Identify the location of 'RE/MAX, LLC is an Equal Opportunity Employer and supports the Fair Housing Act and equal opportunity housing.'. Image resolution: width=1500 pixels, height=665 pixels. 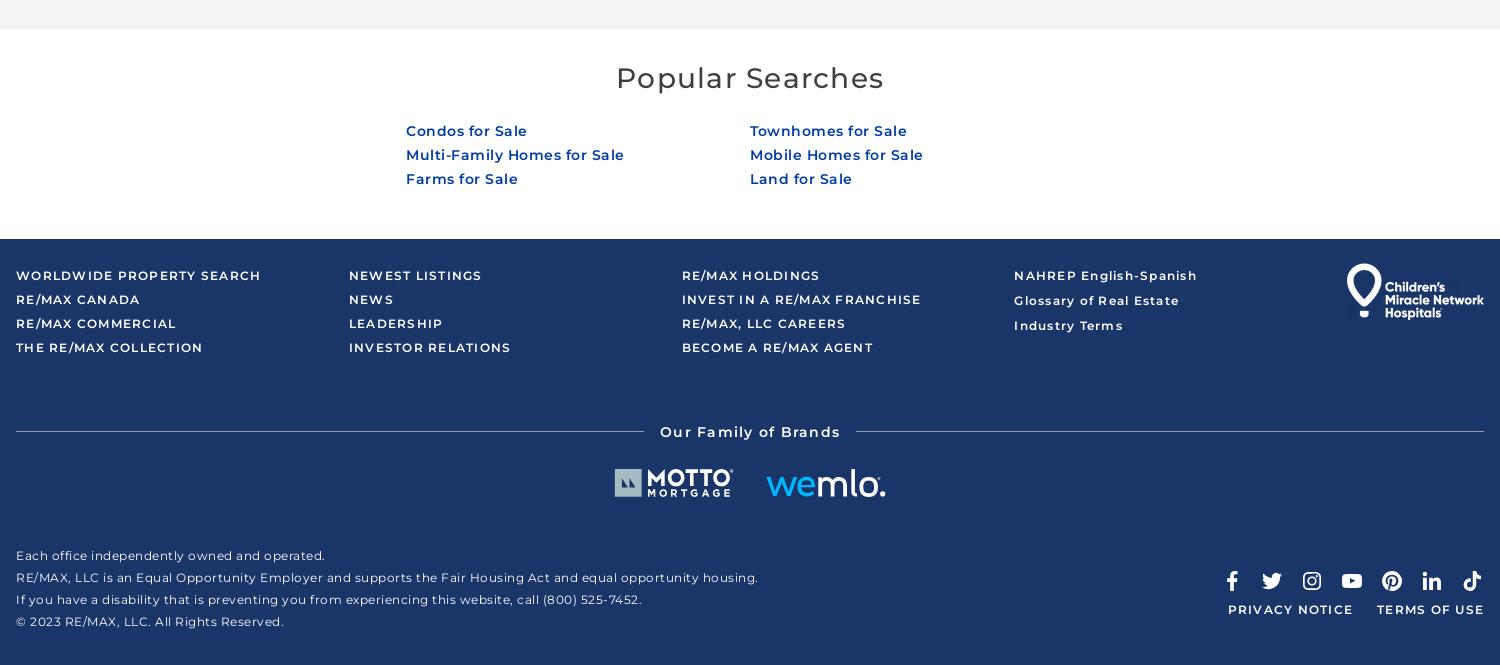
(387, 576).